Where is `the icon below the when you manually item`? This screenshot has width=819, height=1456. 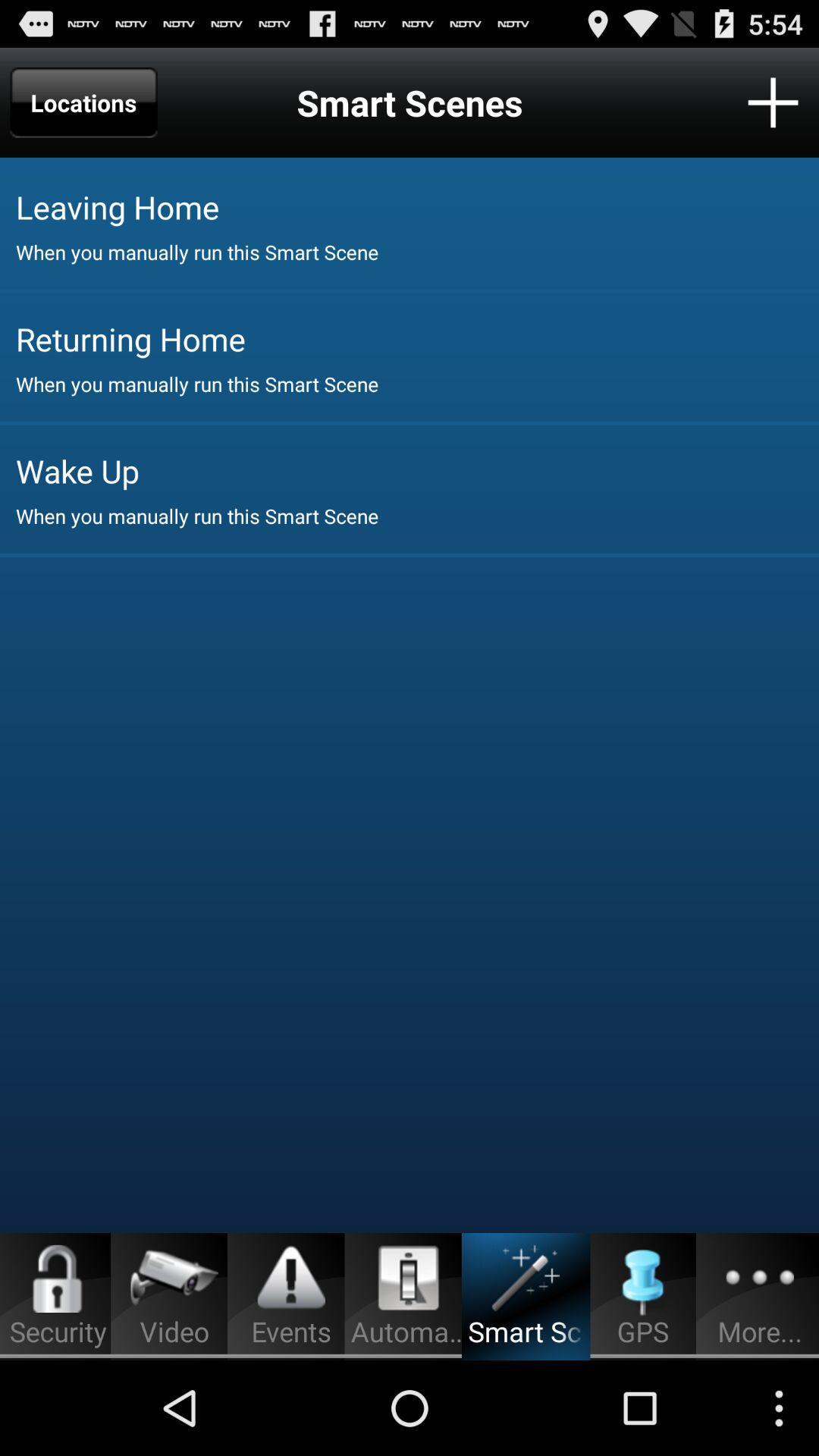
the icon below the when you manually item is located at coordinates (417, 337).